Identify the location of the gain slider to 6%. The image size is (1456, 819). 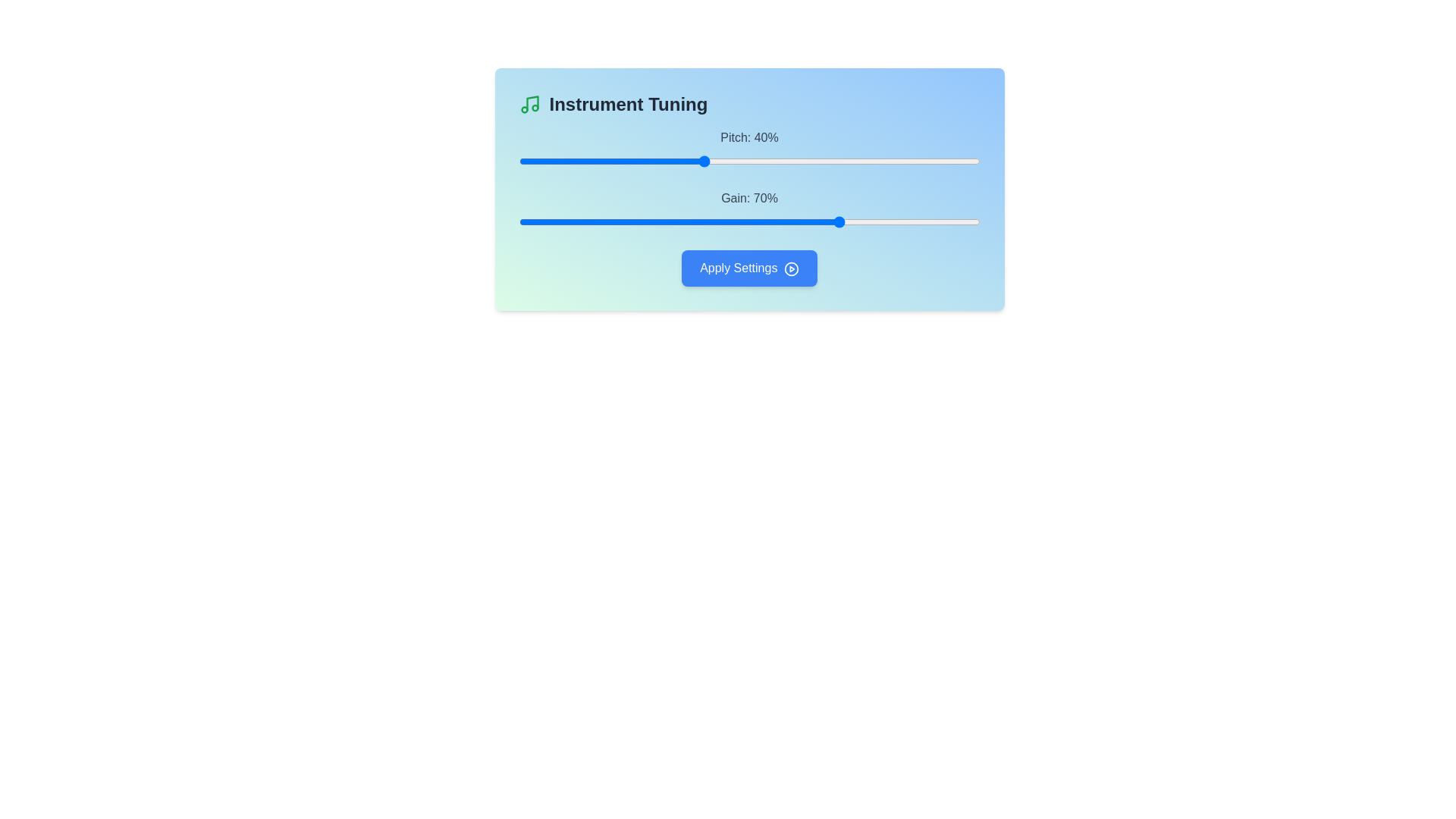
(546, 222).